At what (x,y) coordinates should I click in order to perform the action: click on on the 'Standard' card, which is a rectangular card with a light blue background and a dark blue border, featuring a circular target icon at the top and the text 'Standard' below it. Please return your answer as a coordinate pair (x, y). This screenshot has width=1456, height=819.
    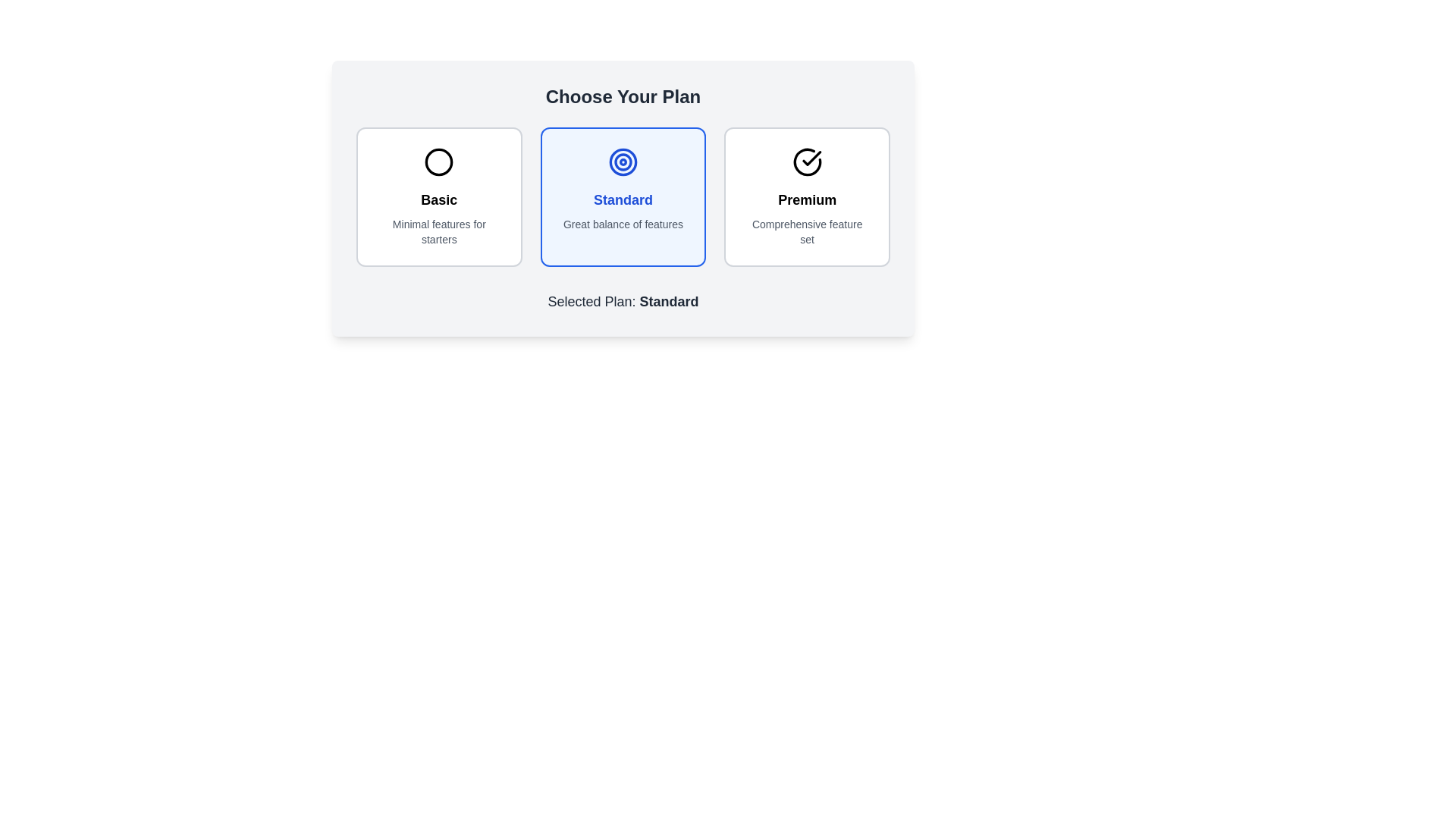
    Looking at the image, I should click on (623, 196).